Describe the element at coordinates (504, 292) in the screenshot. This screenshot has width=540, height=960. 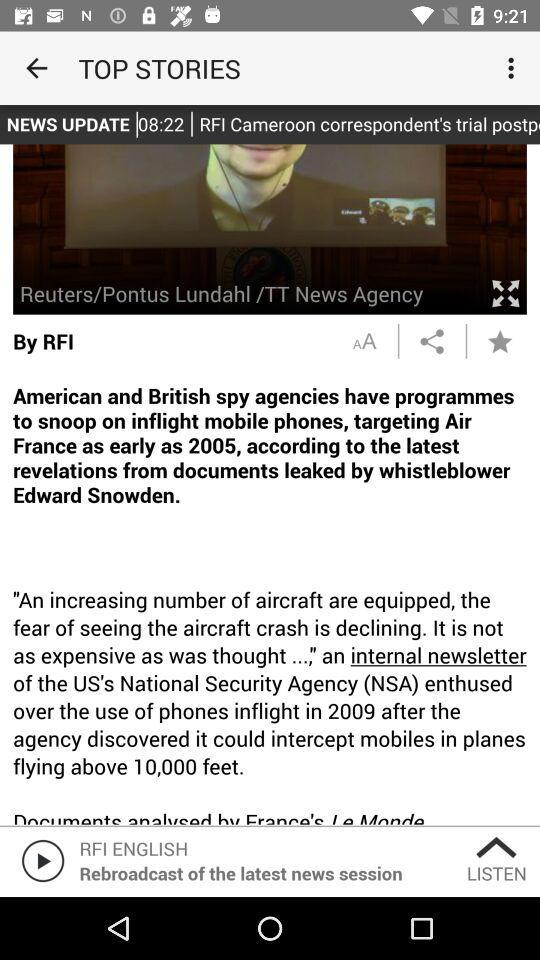
I see `the fullscreen icon` at that location.